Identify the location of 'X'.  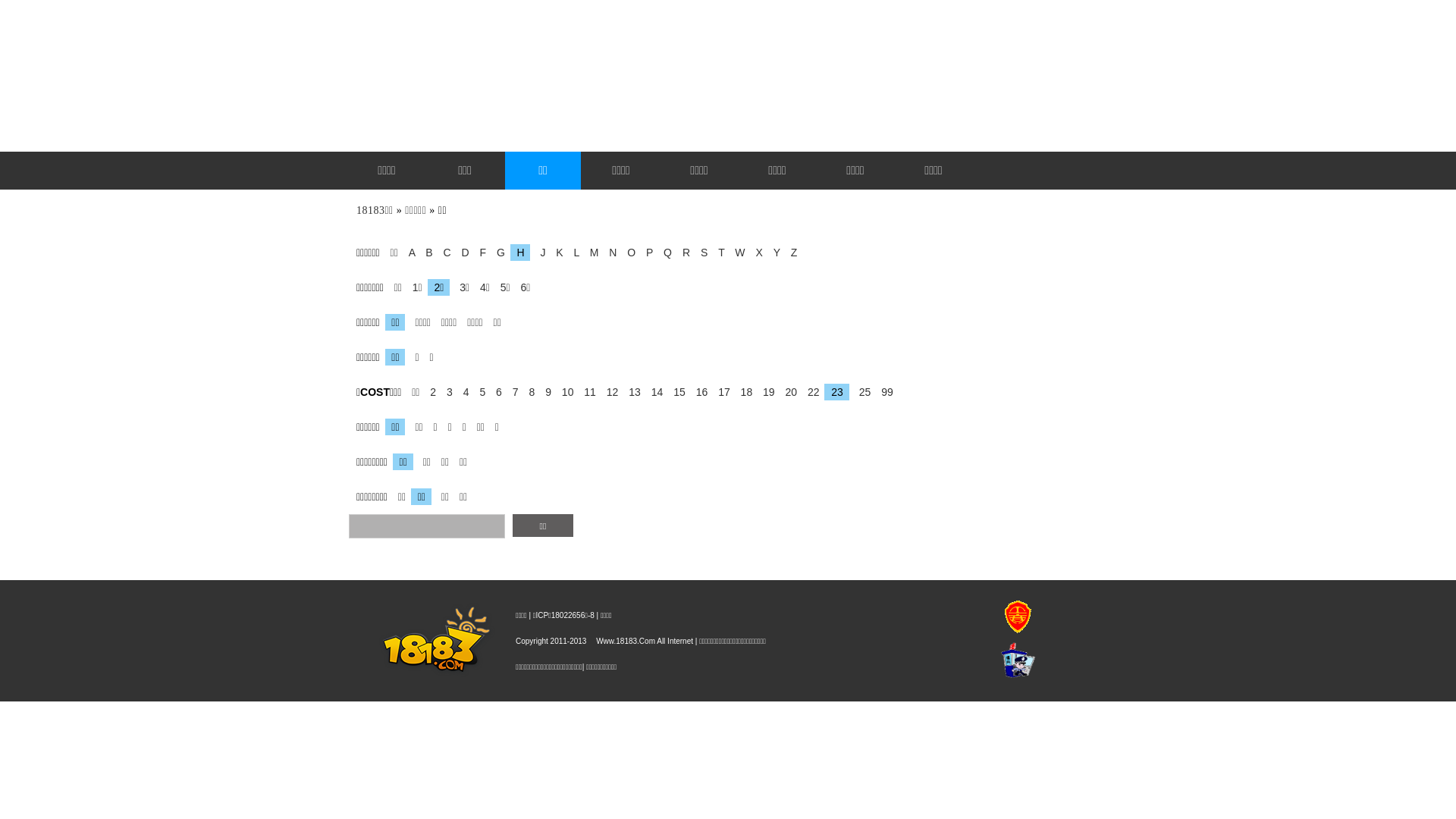
(755, 251).